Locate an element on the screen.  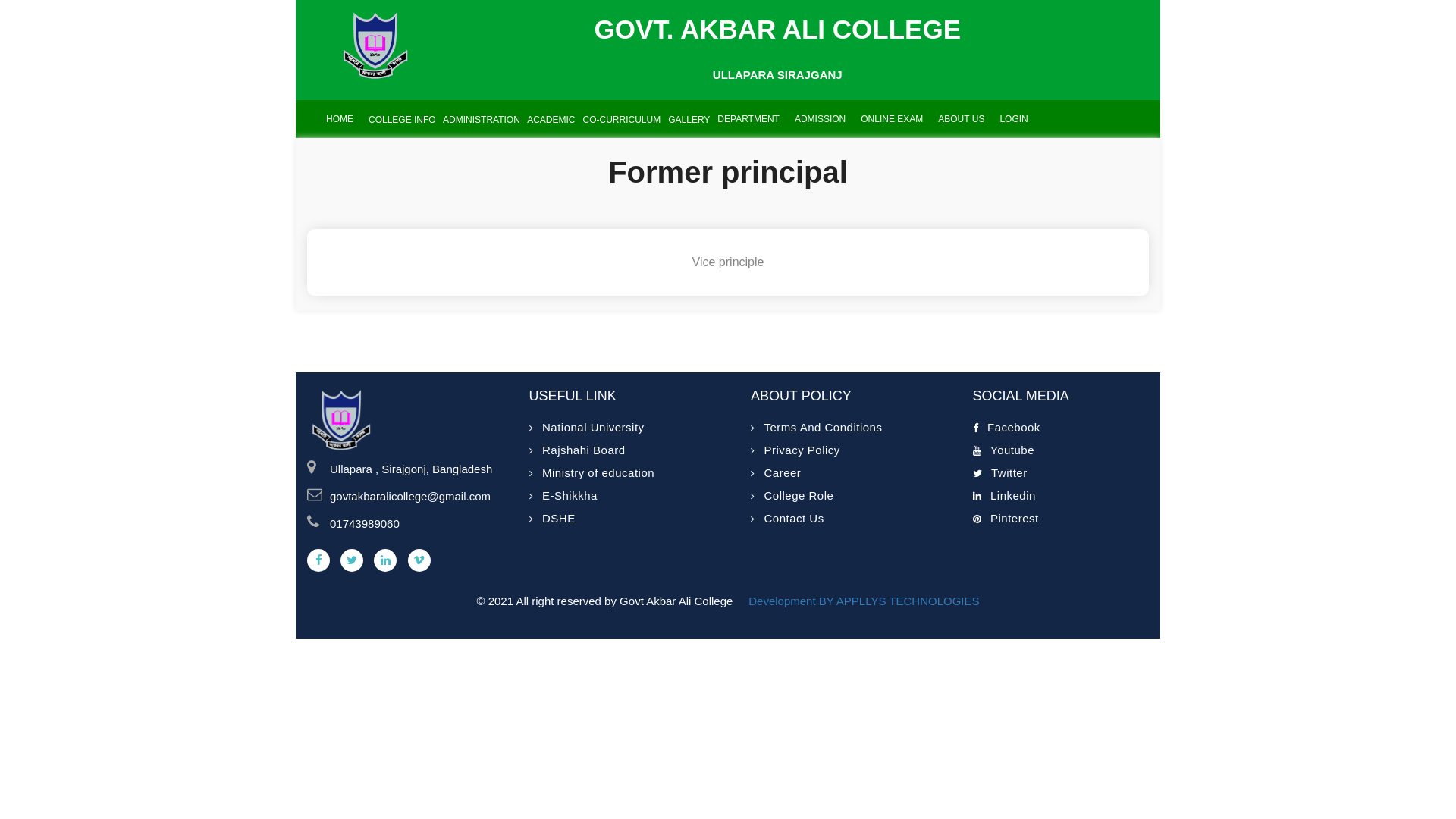
'   ACADEMIC' is located at coordinates (547, 118).